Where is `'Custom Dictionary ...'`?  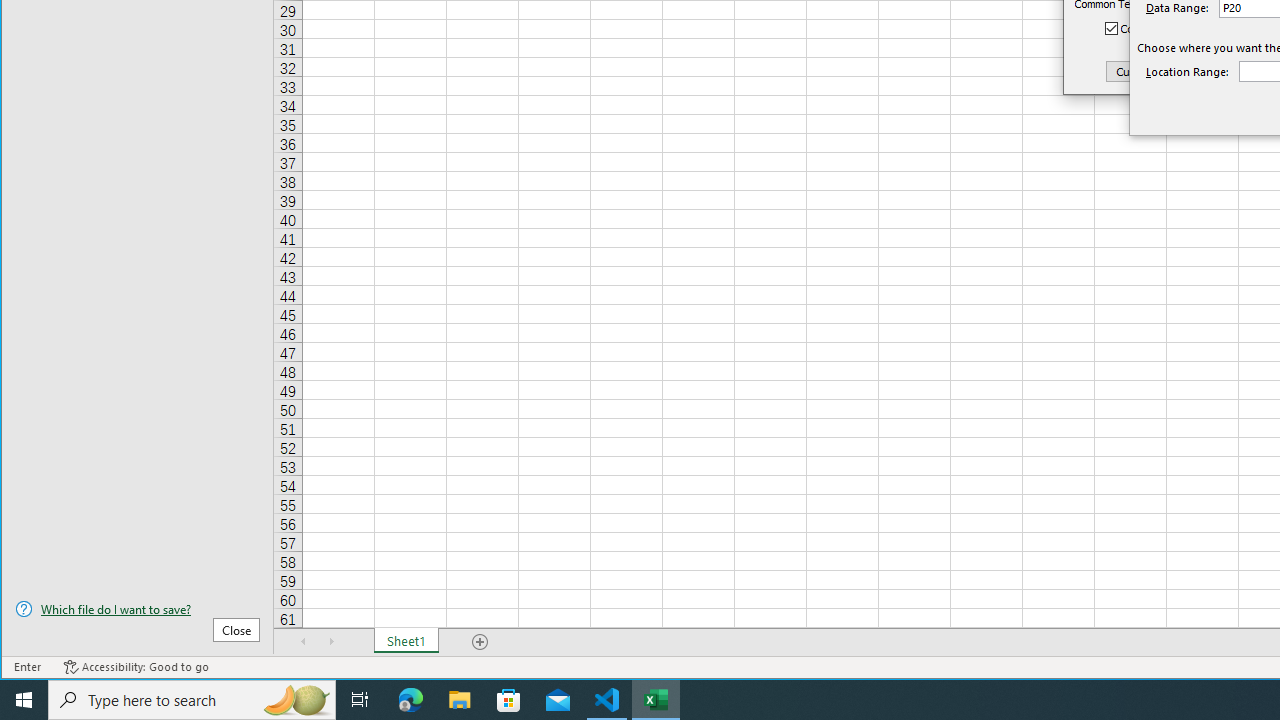
'Custom Dictionary ...' is located at coordinates (1168, 70).